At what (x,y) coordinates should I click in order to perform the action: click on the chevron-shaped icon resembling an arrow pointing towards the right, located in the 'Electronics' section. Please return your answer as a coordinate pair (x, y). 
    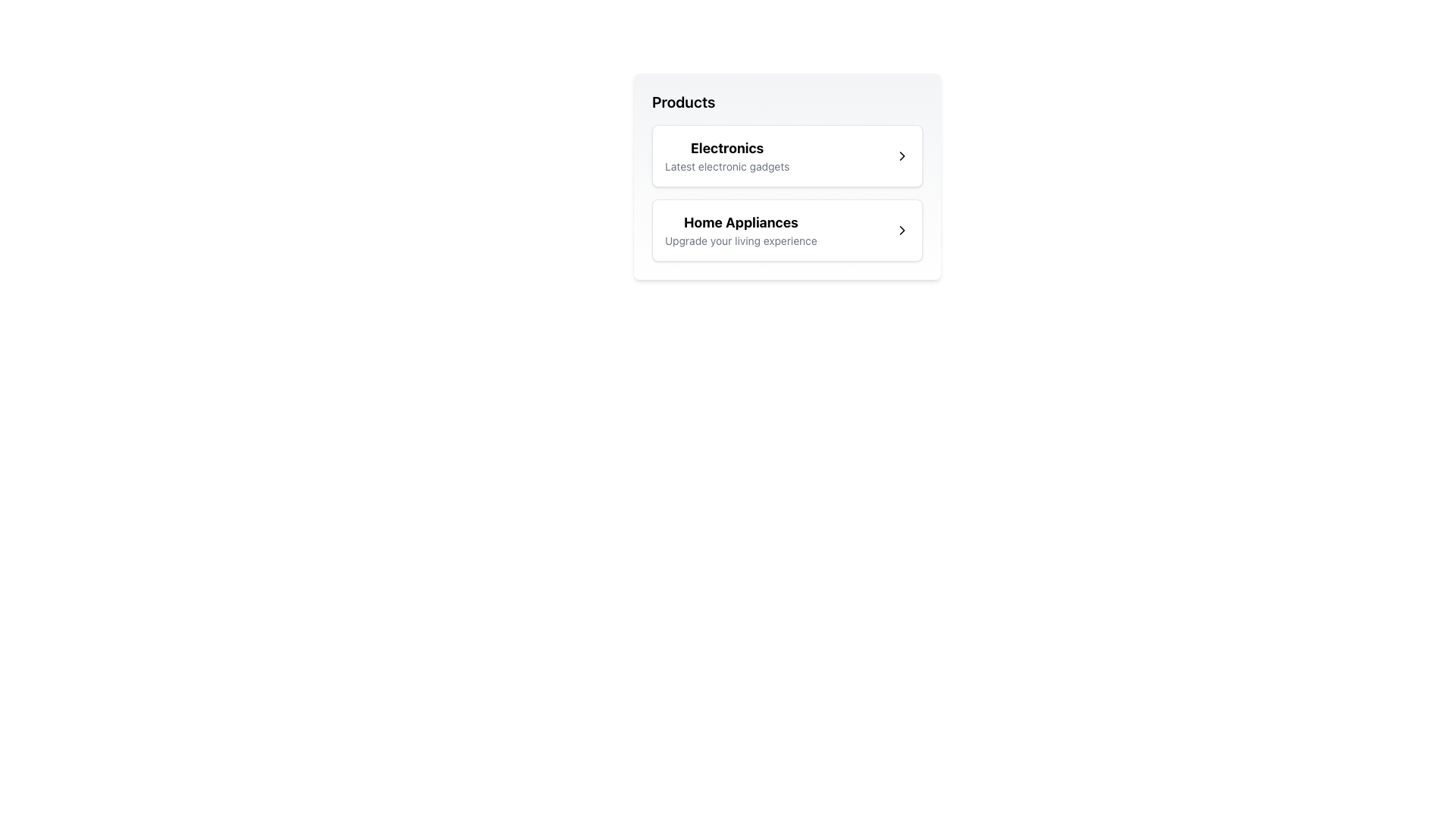
    Looking at the image, I should click on (902, 155).